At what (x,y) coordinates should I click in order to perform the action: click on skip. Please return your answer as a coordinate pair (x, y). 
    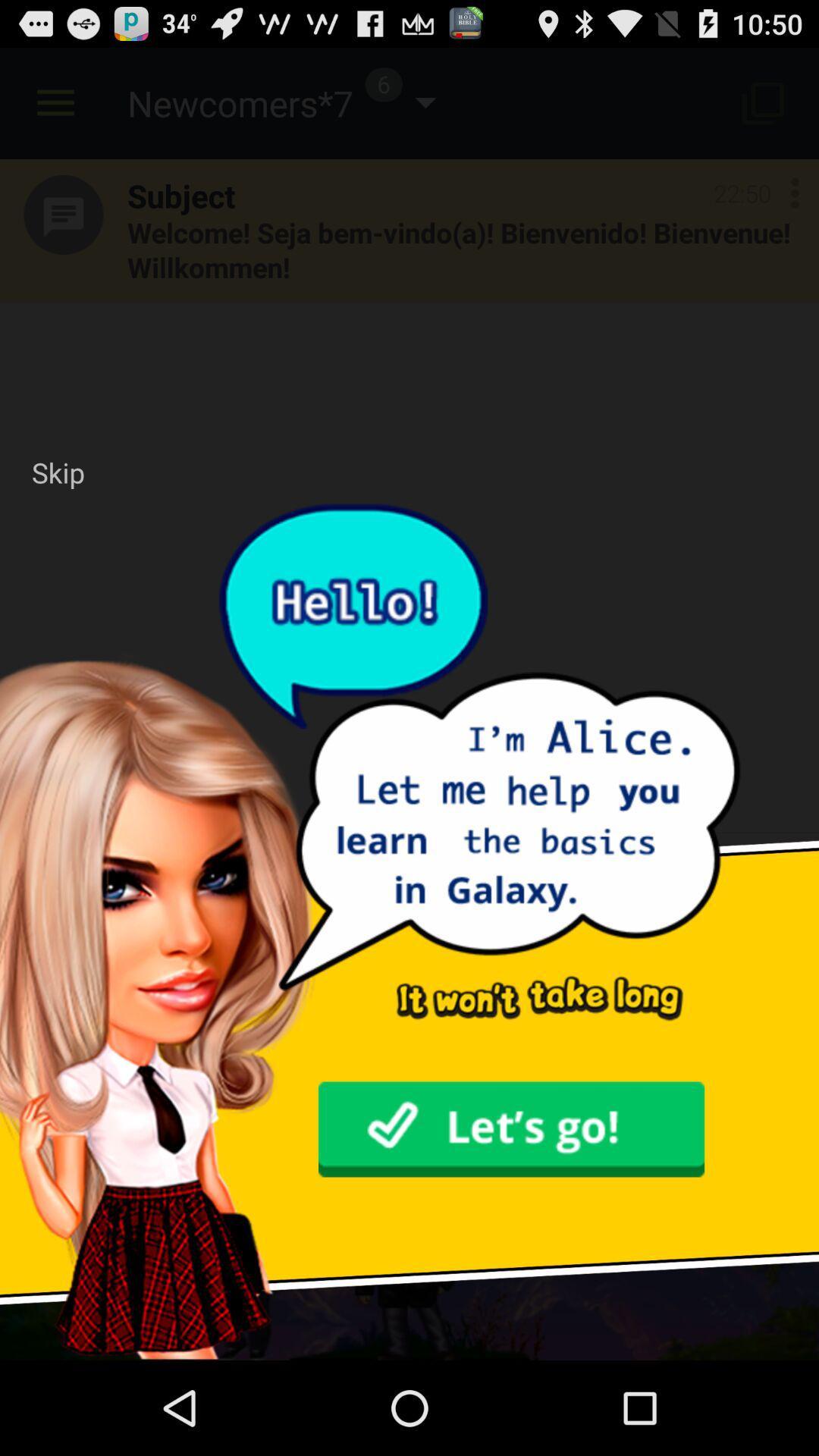
    Looking at the image, I should click on (57, 472).